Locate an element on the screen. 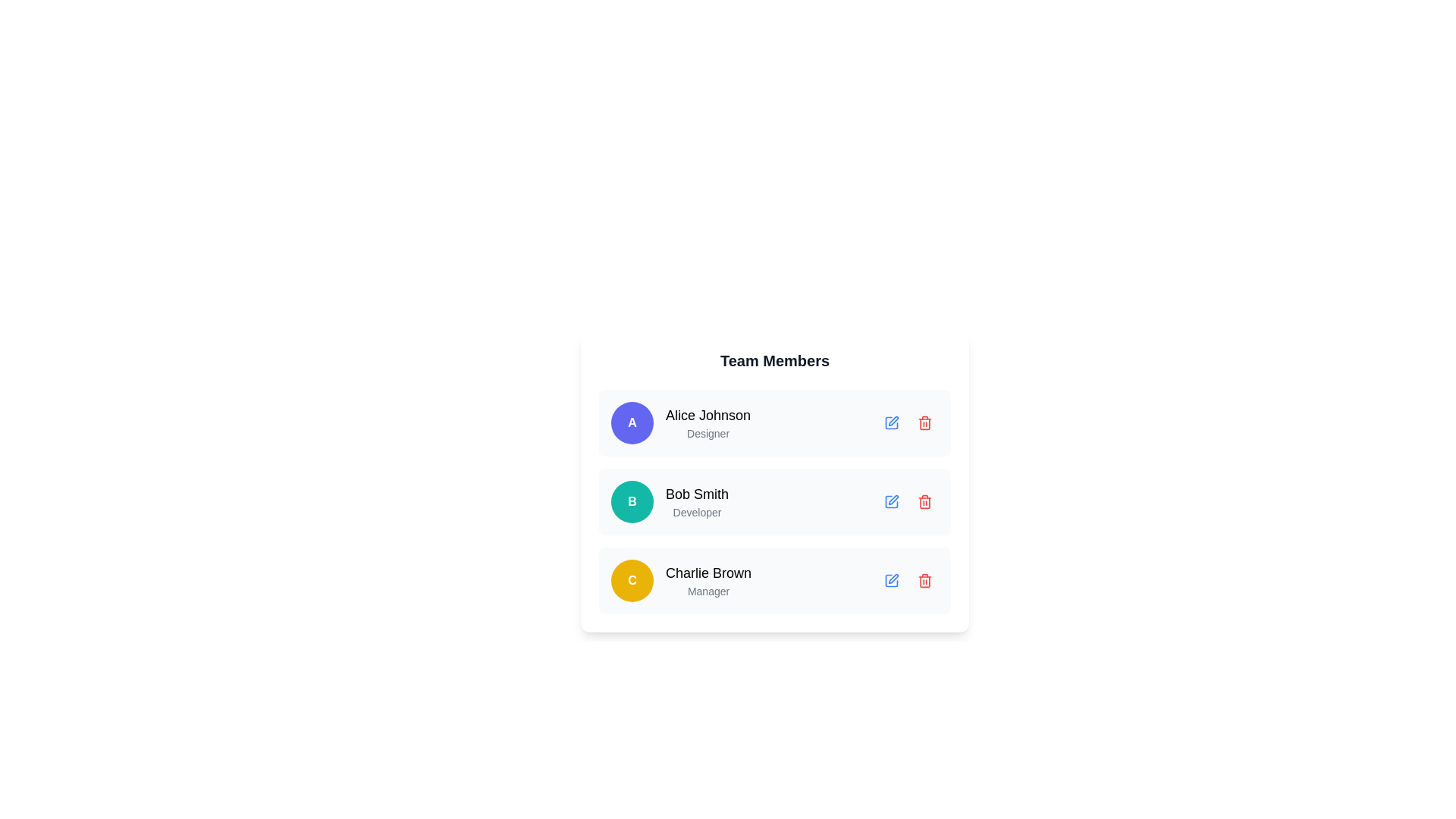 Image resolution: width=1456 pixels, height=819 pixels. the Text Display showing the name and designation of the team member located to the right of the circular avatar with the letter 'B', positioned in the second row of the team member list is located at coordinates (696, 502).